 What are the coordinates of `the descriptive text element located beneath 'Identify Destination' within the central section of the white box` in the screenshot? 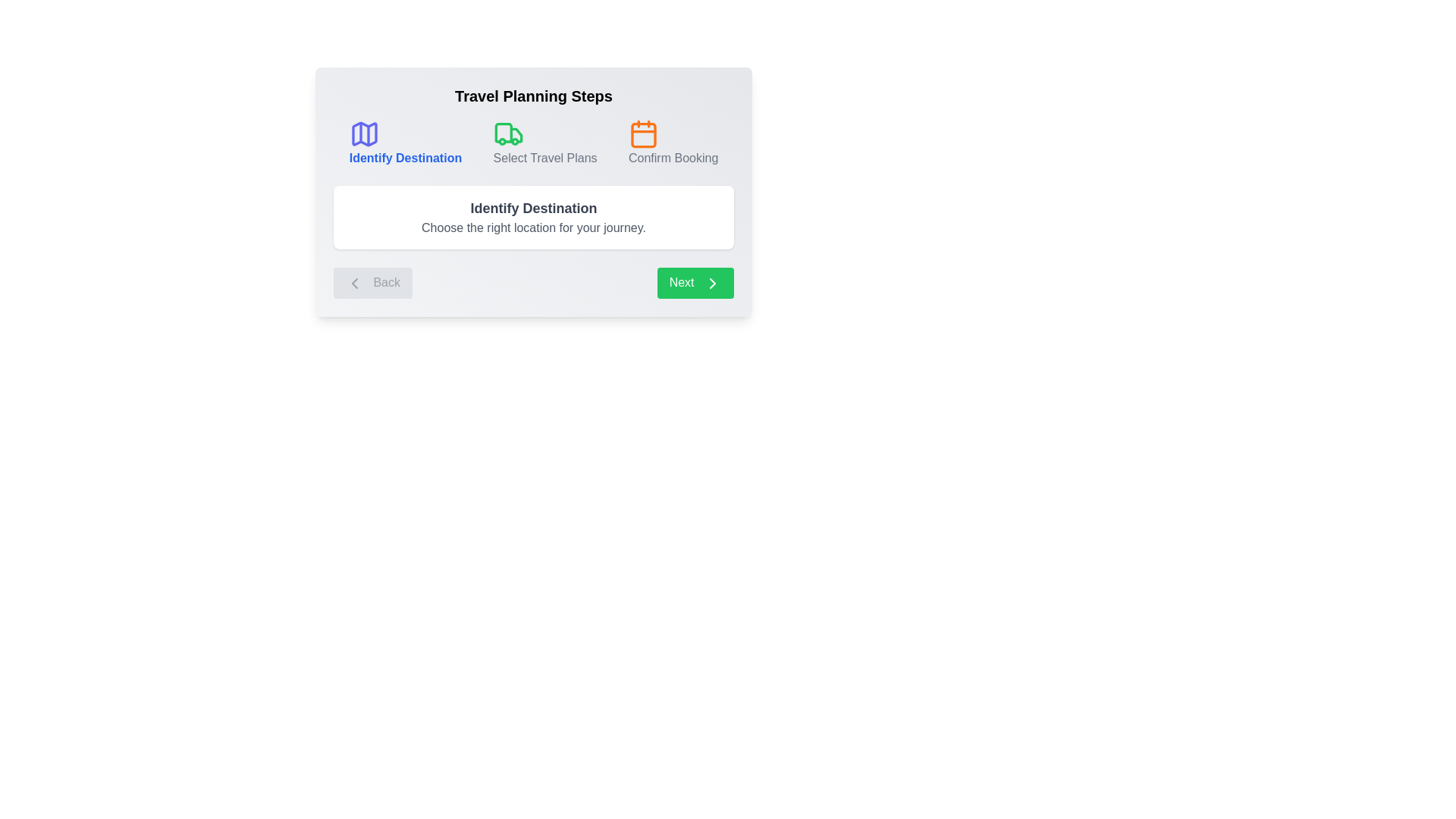 It's located at (534, 227).